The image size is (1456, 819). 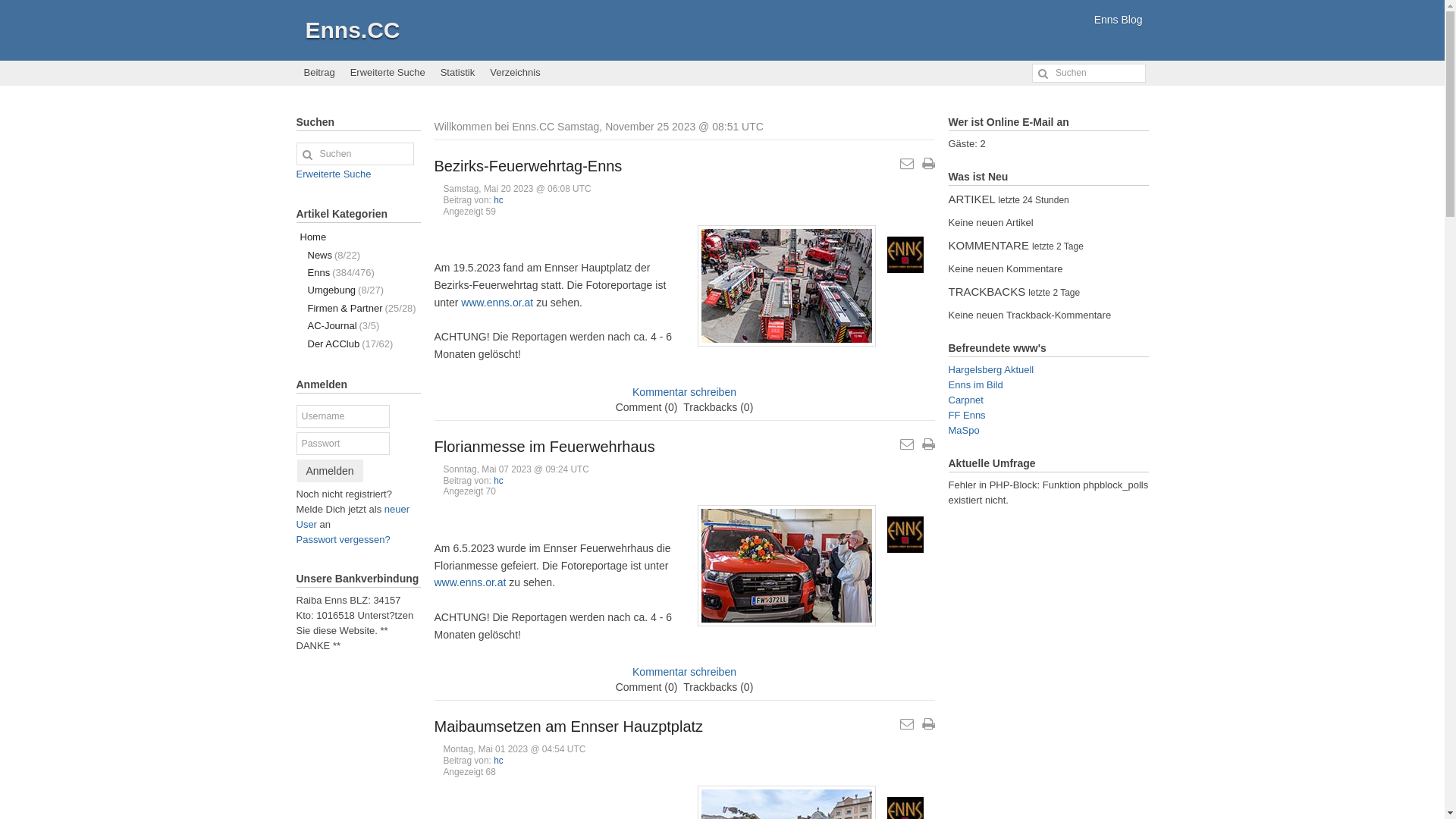 I want to click on 'Kommentar schreiben', so click(x=683, y=671).